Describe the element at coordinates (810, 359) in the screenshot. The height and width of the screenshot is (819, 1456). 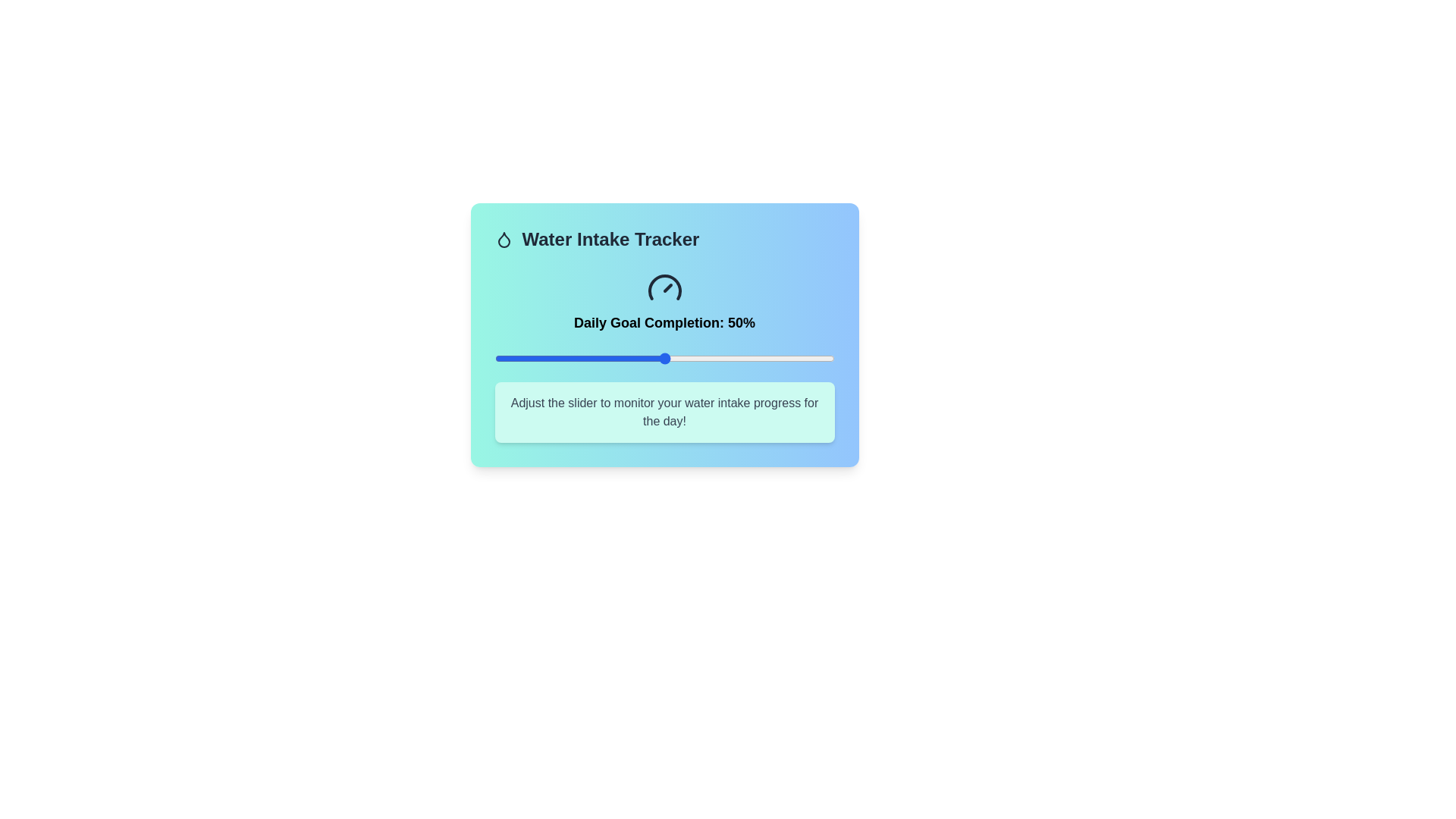
I see `the slider to set the goal completion percentage to 93` at that location.